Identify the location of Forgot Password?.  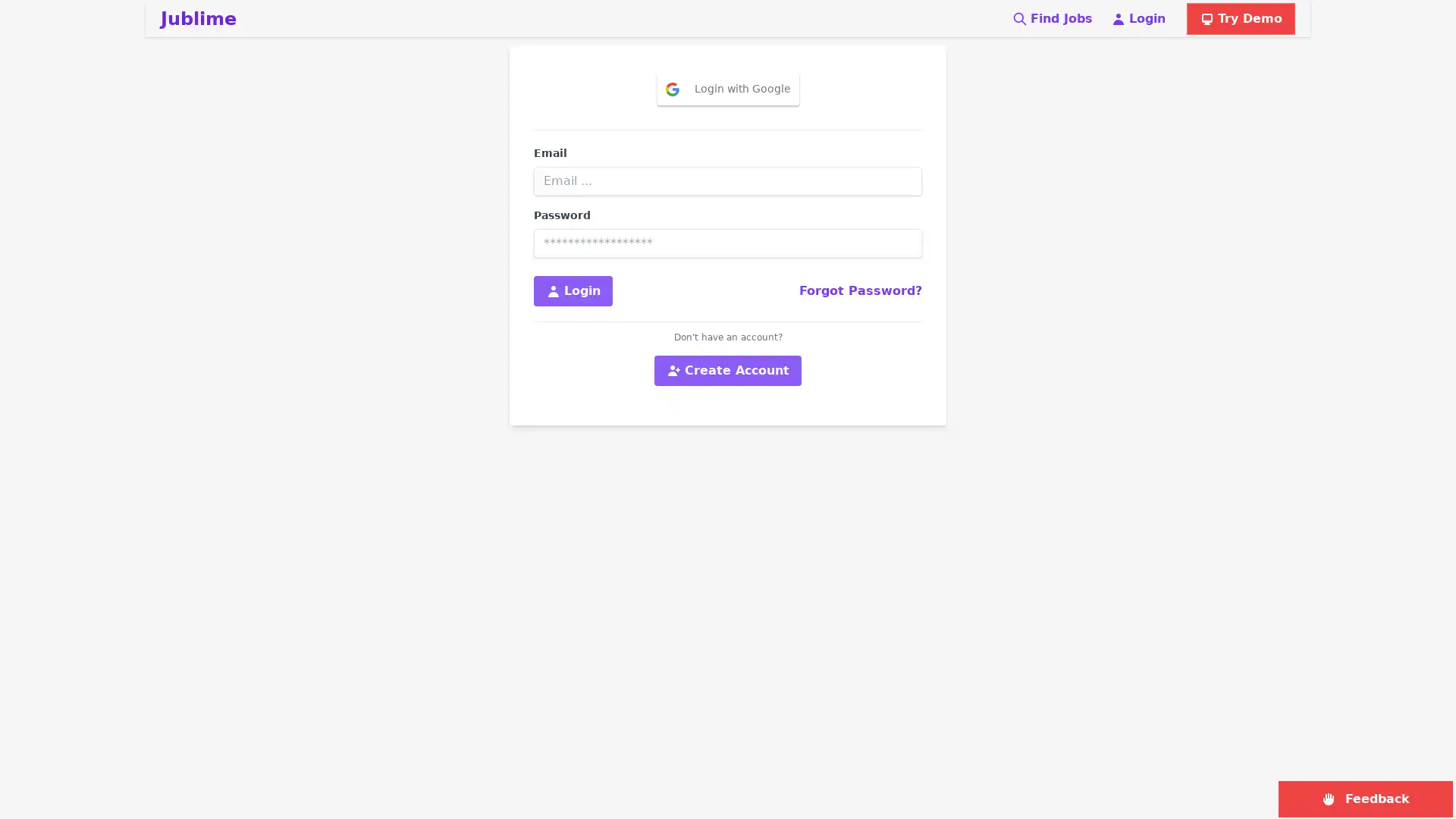
(860, 291).